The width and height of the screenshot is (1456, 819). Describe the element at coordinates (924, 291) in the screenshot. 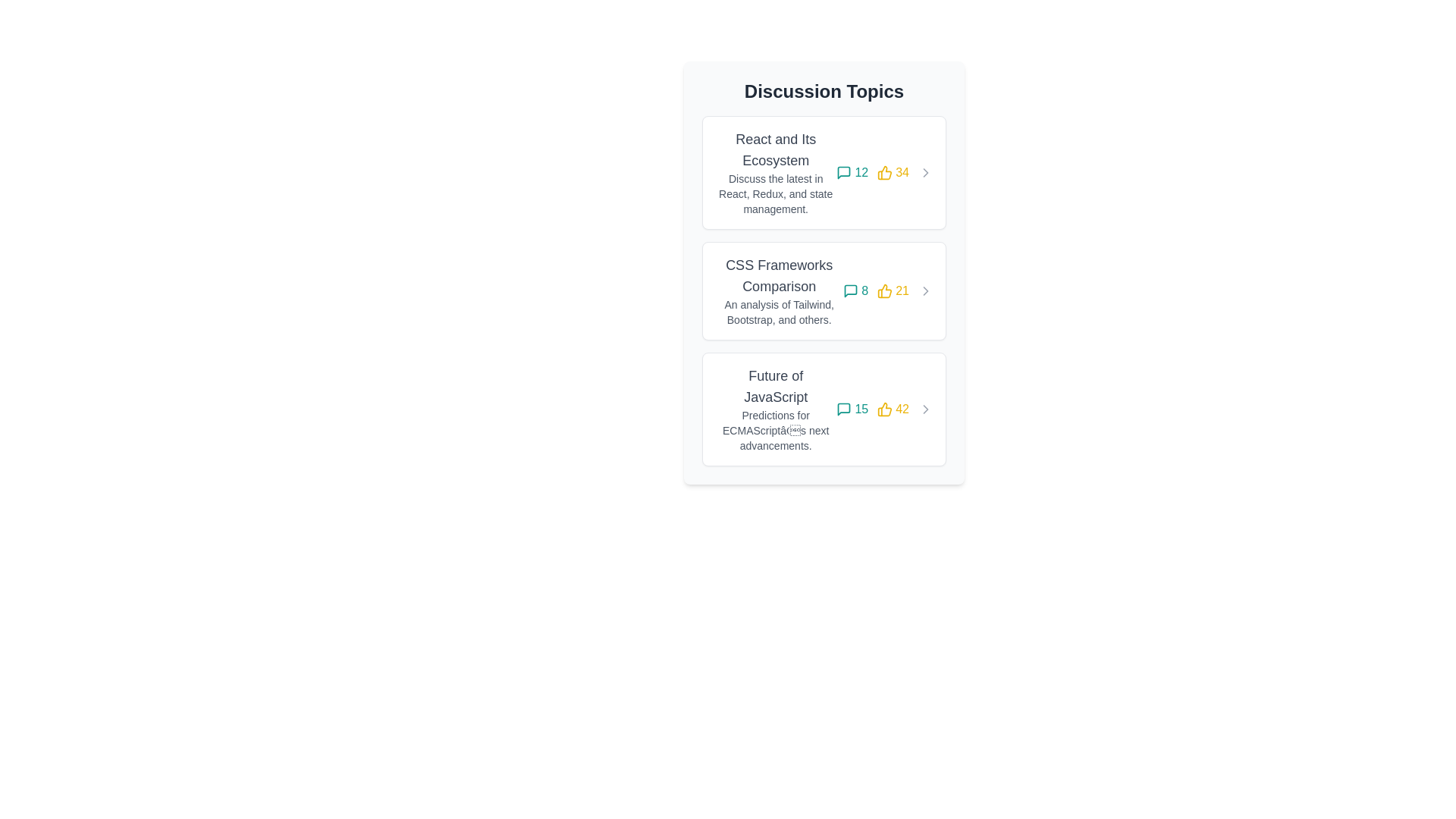

I see `the right-facing chevron icon used for navigation in the 'CSS Frameworks Comparison' row of the 'Discussion Topics' section` at that location.